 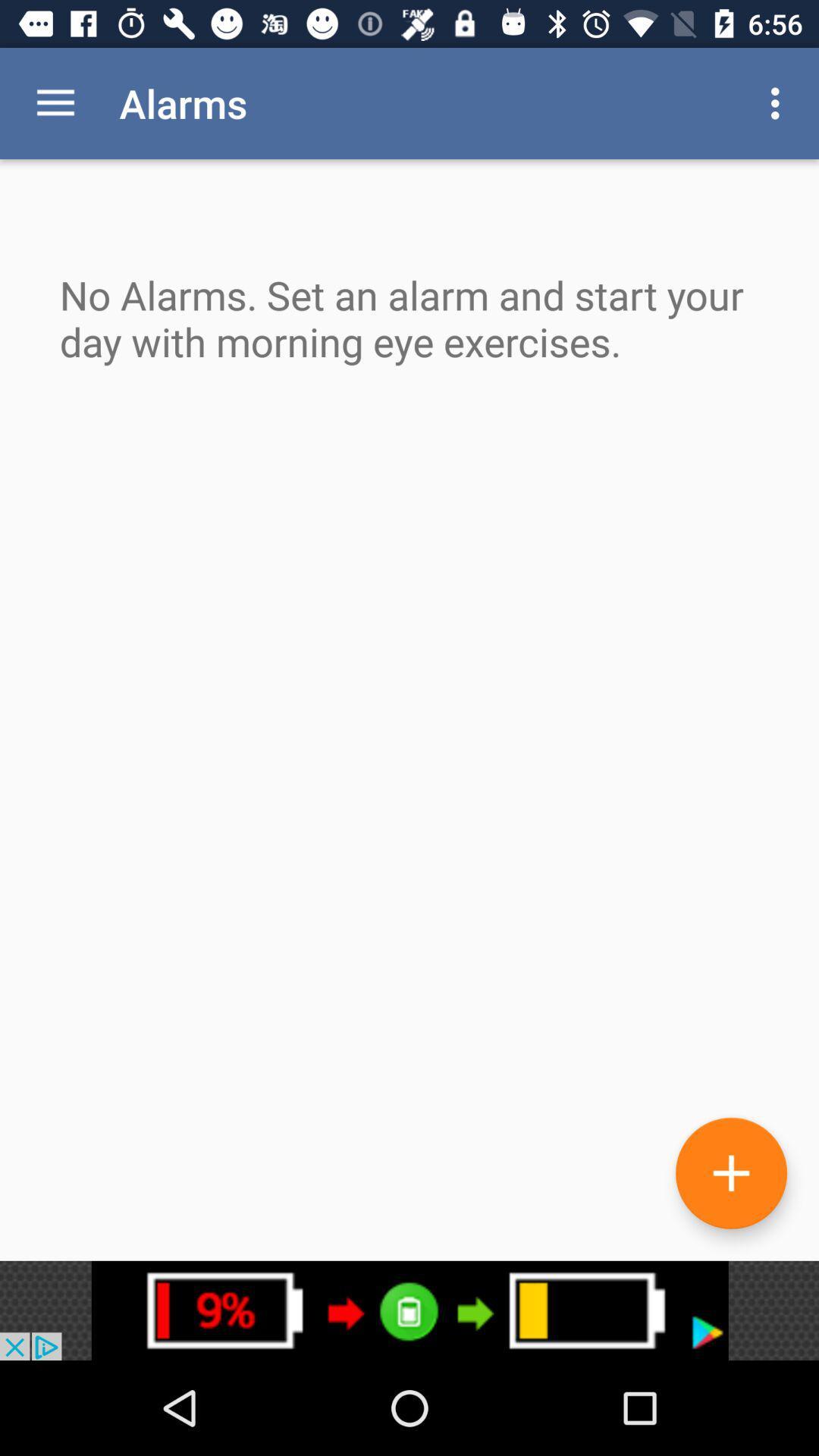 I want to click on link to advertisement, so click(x=409, y=1310).